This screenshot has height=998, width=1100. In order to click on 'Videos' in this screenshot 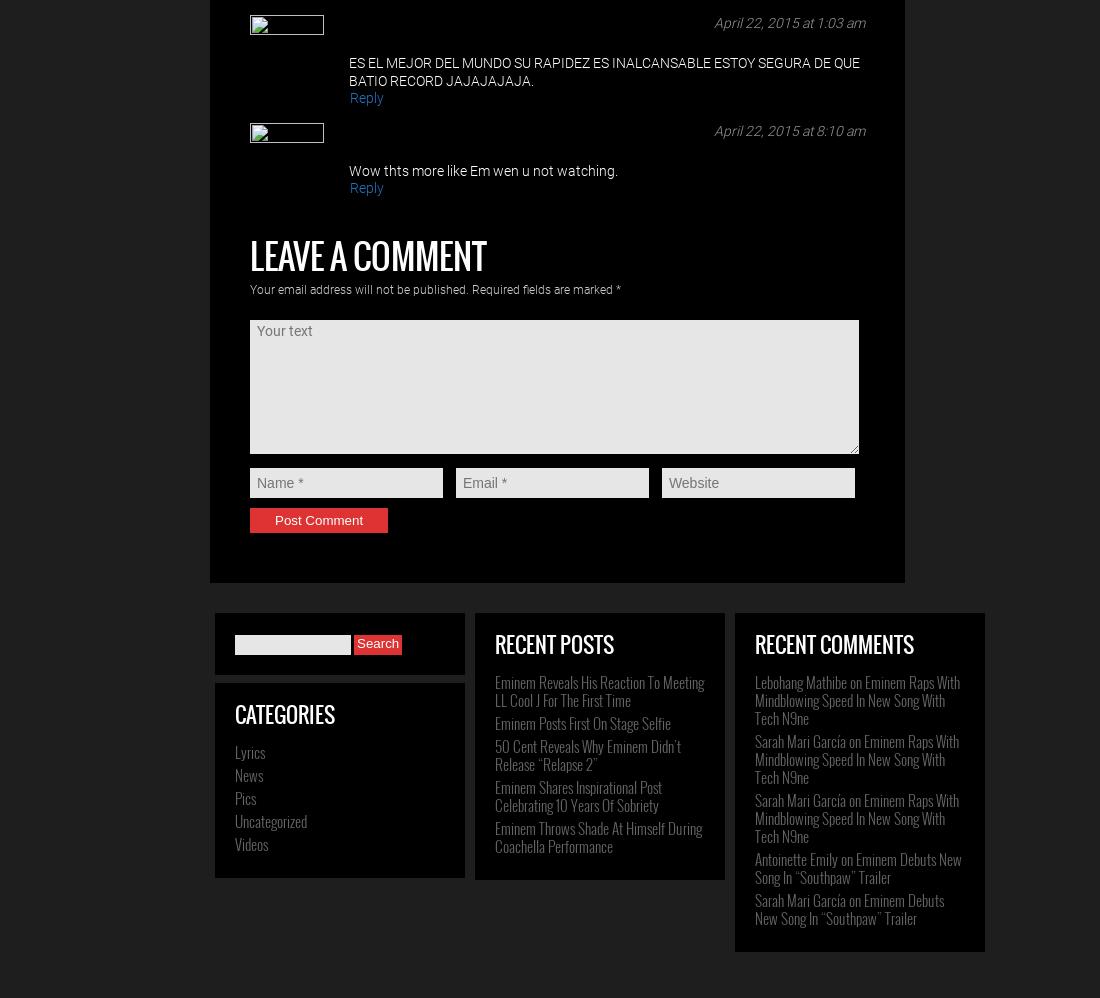, I will do `click(251, 844)`.